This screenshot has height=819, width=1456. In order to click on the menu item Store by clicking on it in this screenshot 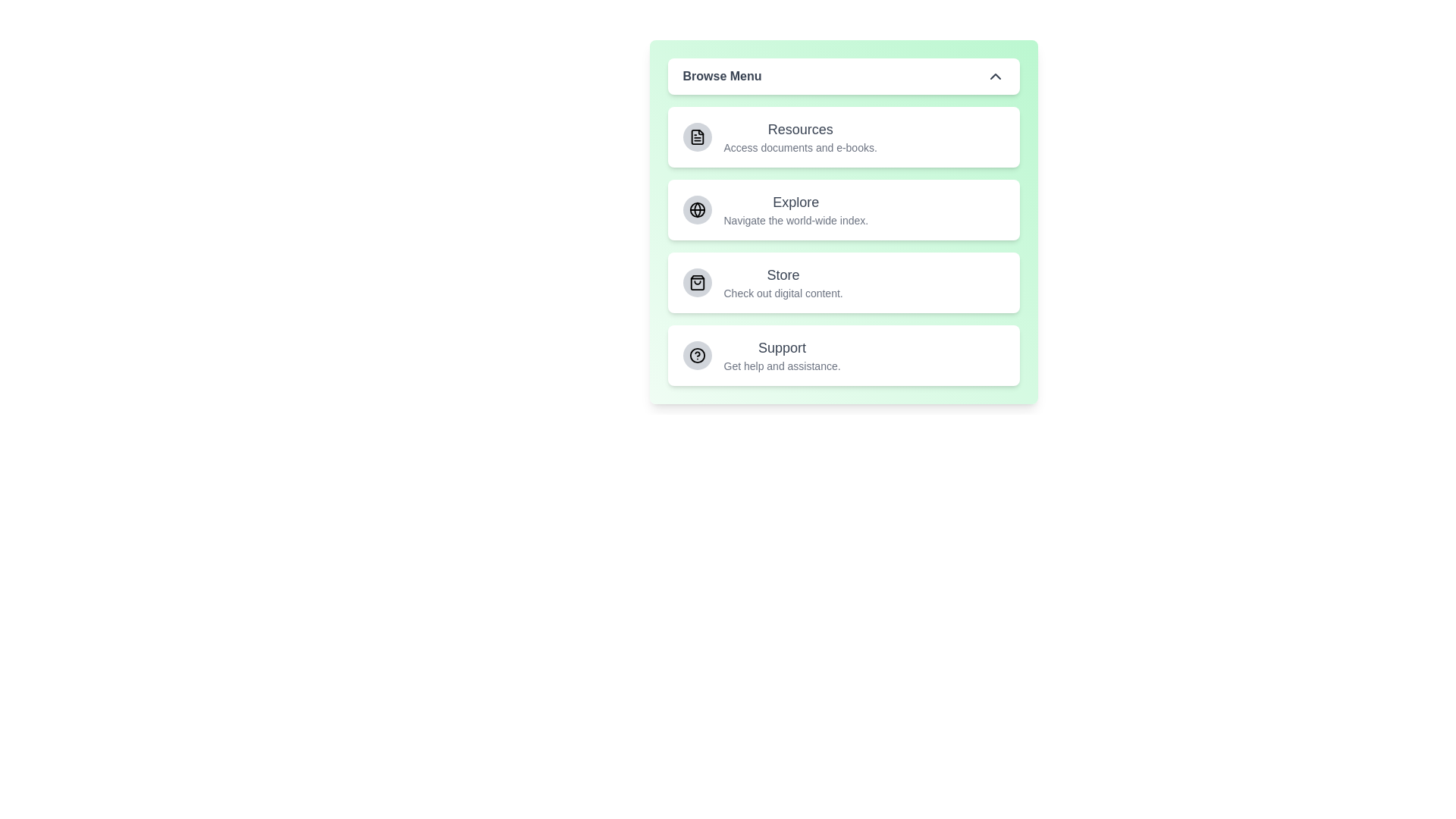, I will do `click(843, 283)`.